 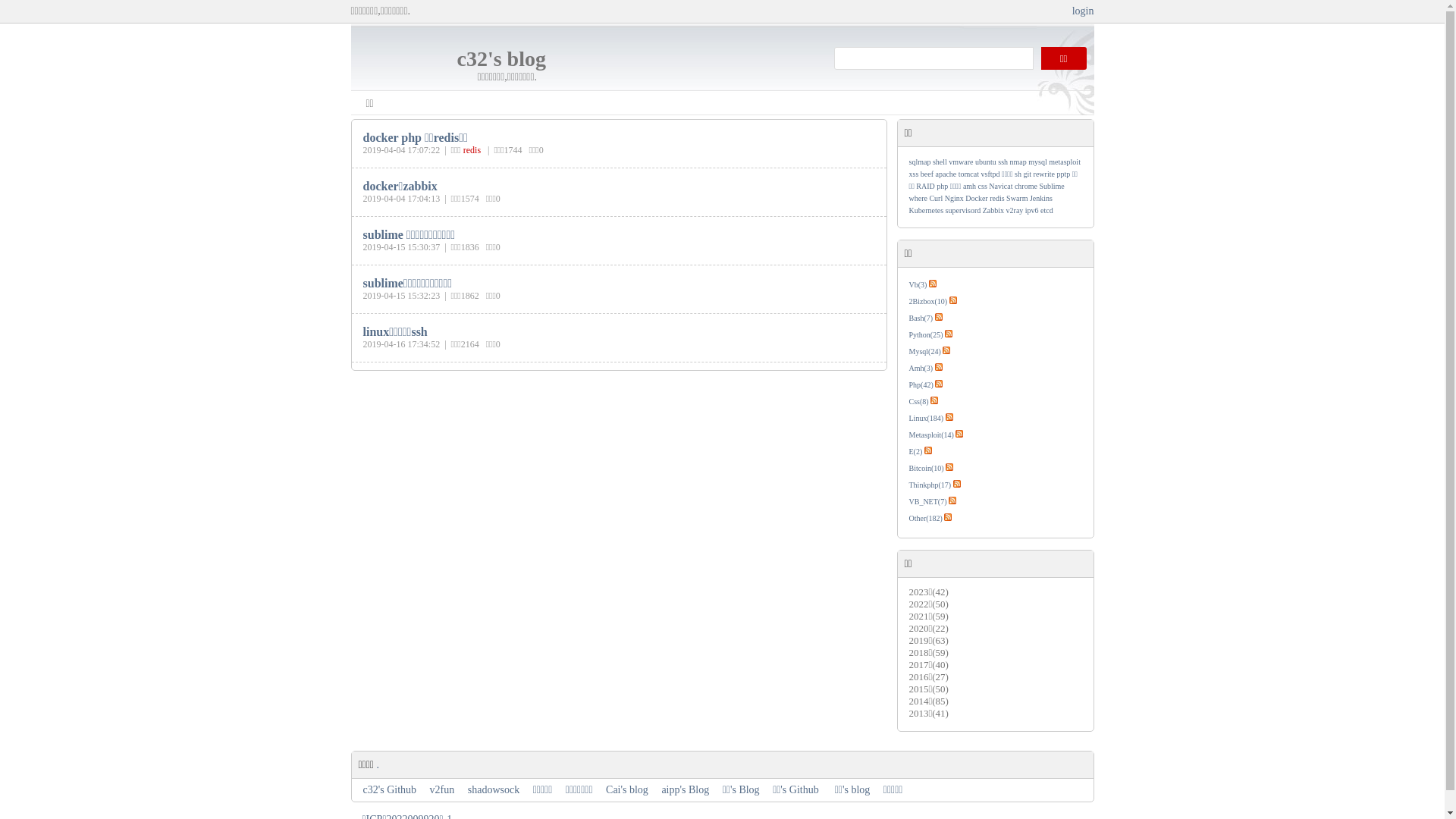 What do you see at coordinates (946, 173) in the screenshot?
I see `'apache'` at bounding box center [946, 173].